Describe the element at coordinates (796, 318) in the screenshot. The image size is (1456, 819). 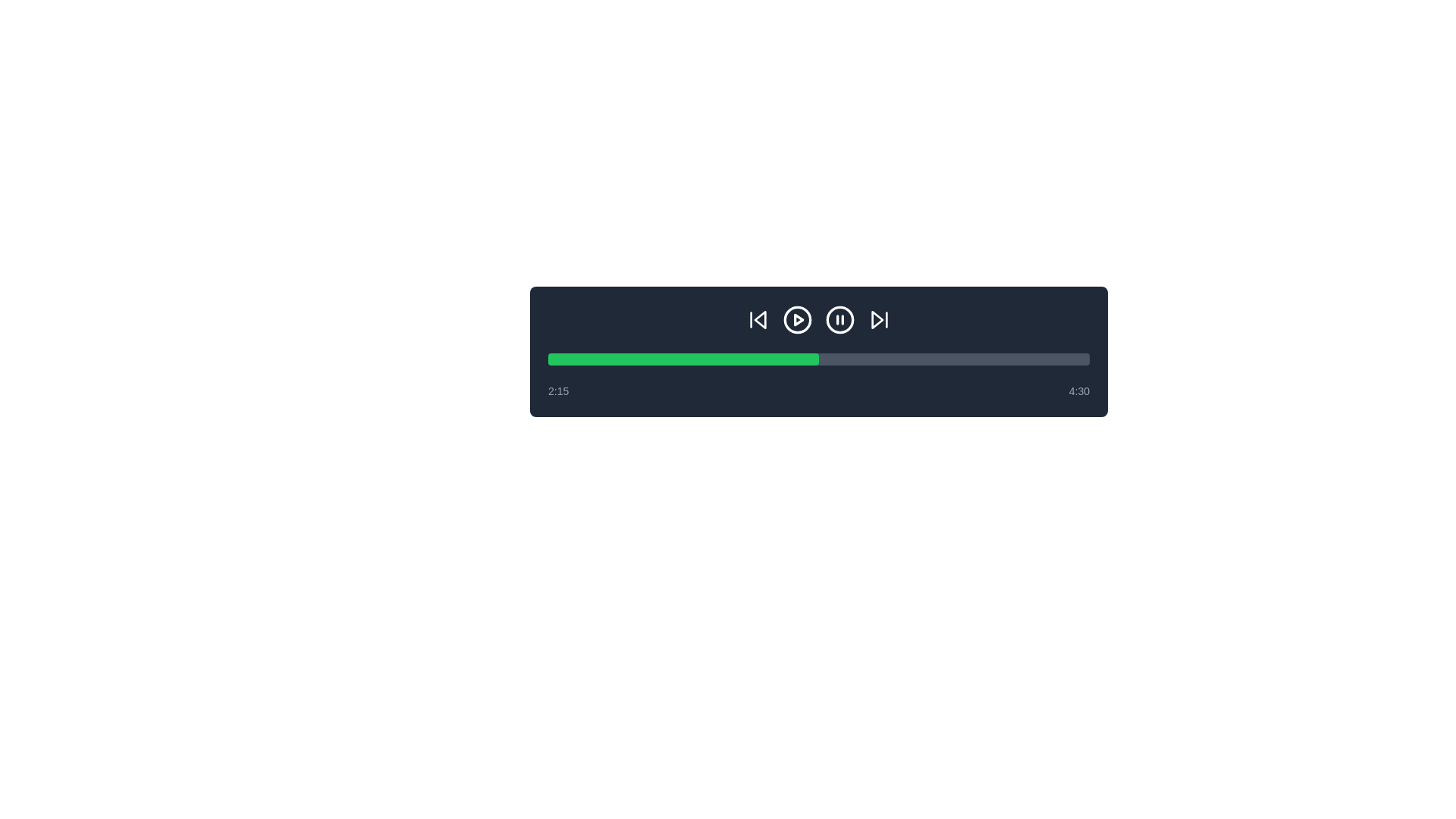
I see `the circular outline of the play button located in the playback controls area, which surrounds the triangle-shaped play icon` at that location.